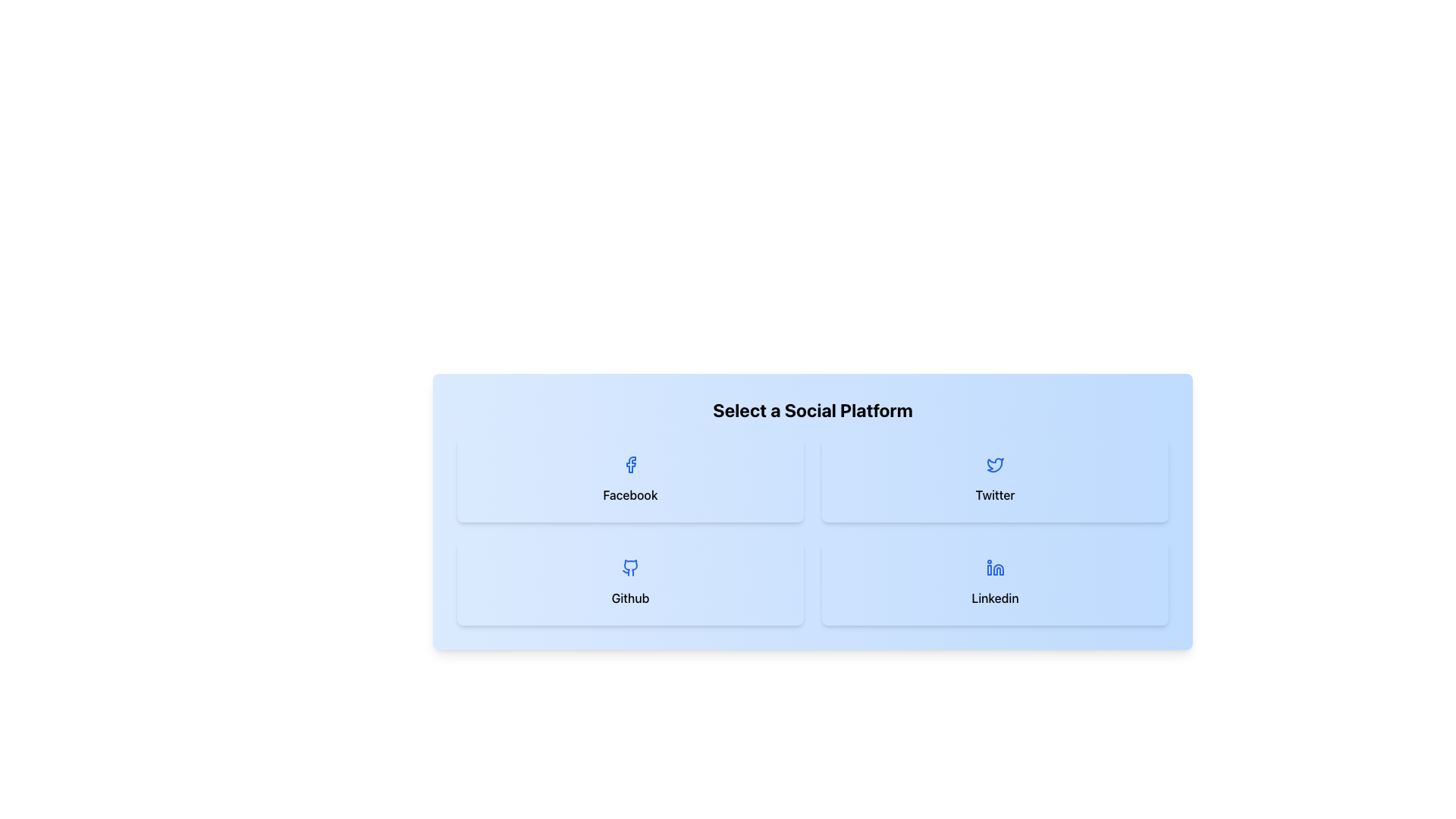 The height and width of the screenshot is (819, 1456). I want to click on the Facebook selection button located in the upper-left corner of the grid layout, so click(630, 479).